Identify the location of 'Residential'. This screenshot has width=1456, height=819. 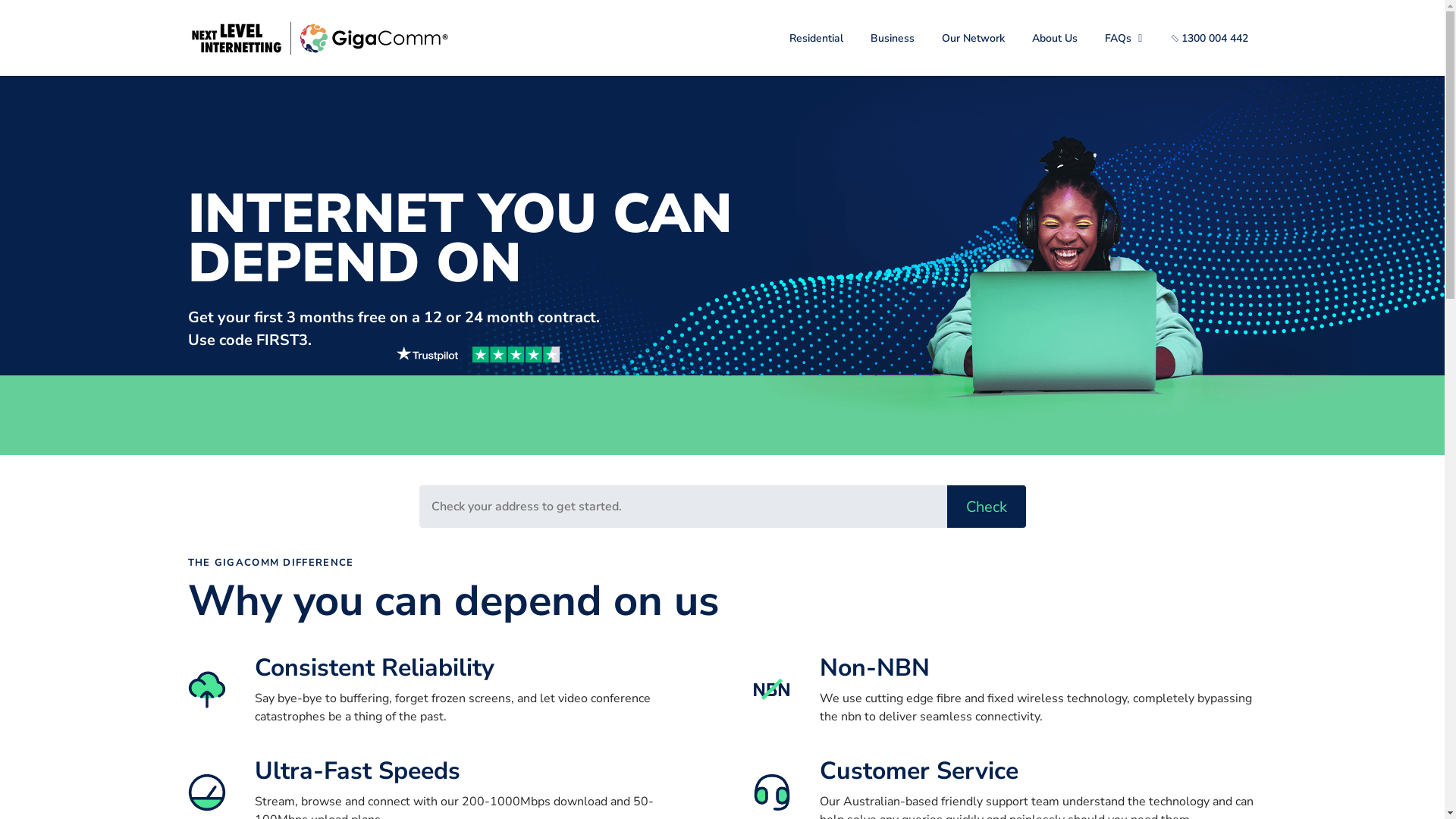
(780, 36).